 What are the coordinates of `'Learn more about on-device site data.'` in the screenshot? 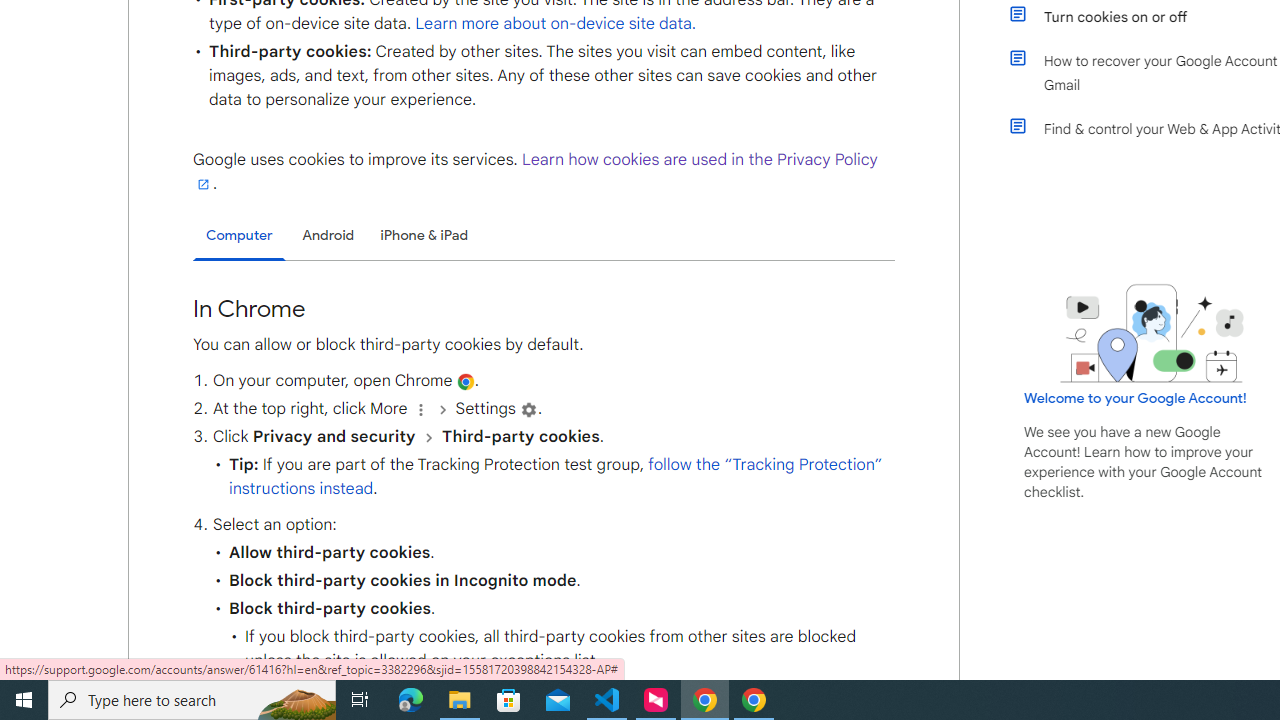 It's located at (556, 23).